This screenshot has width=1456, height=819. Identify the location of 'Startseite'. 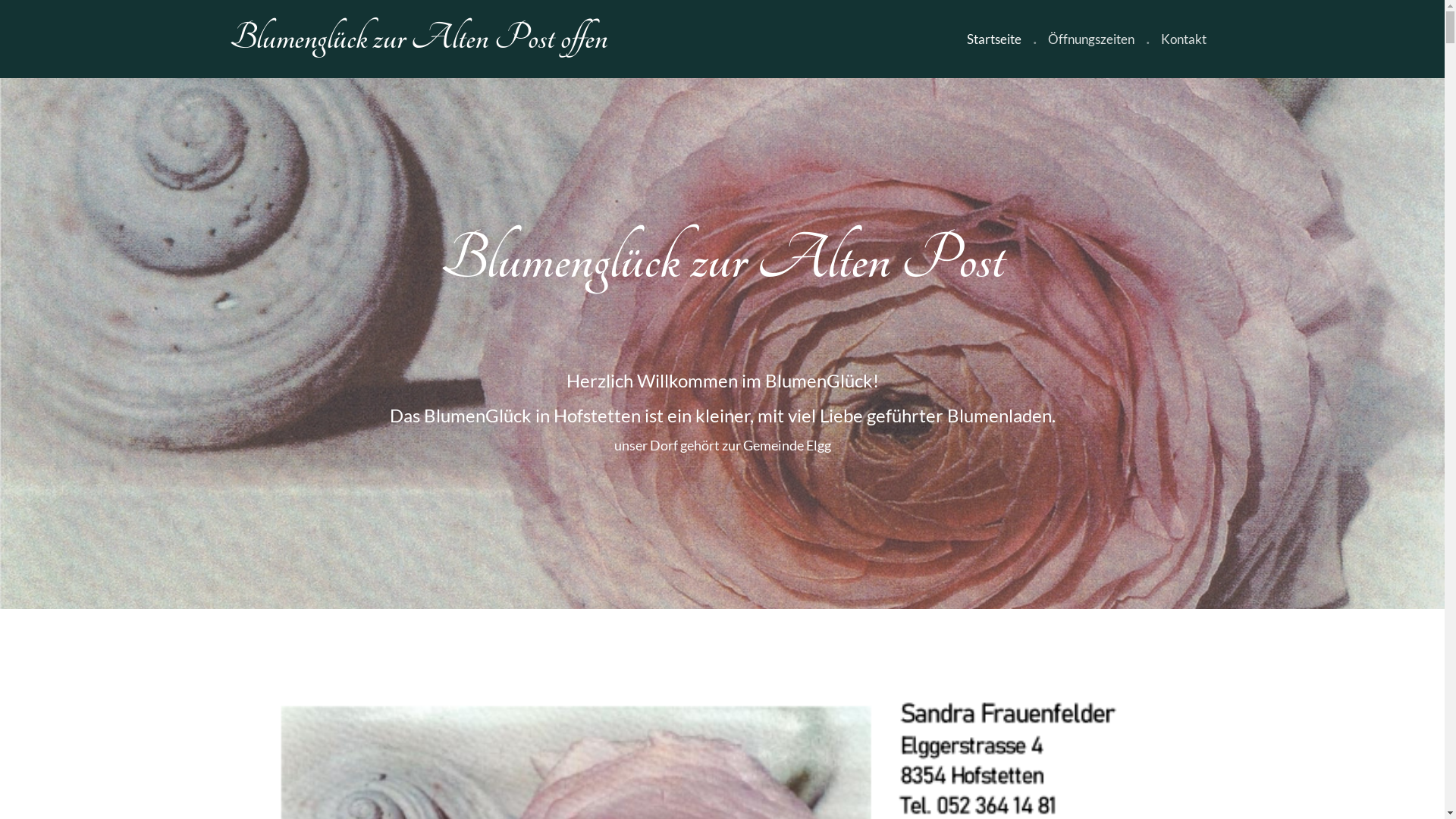
(993, 38).